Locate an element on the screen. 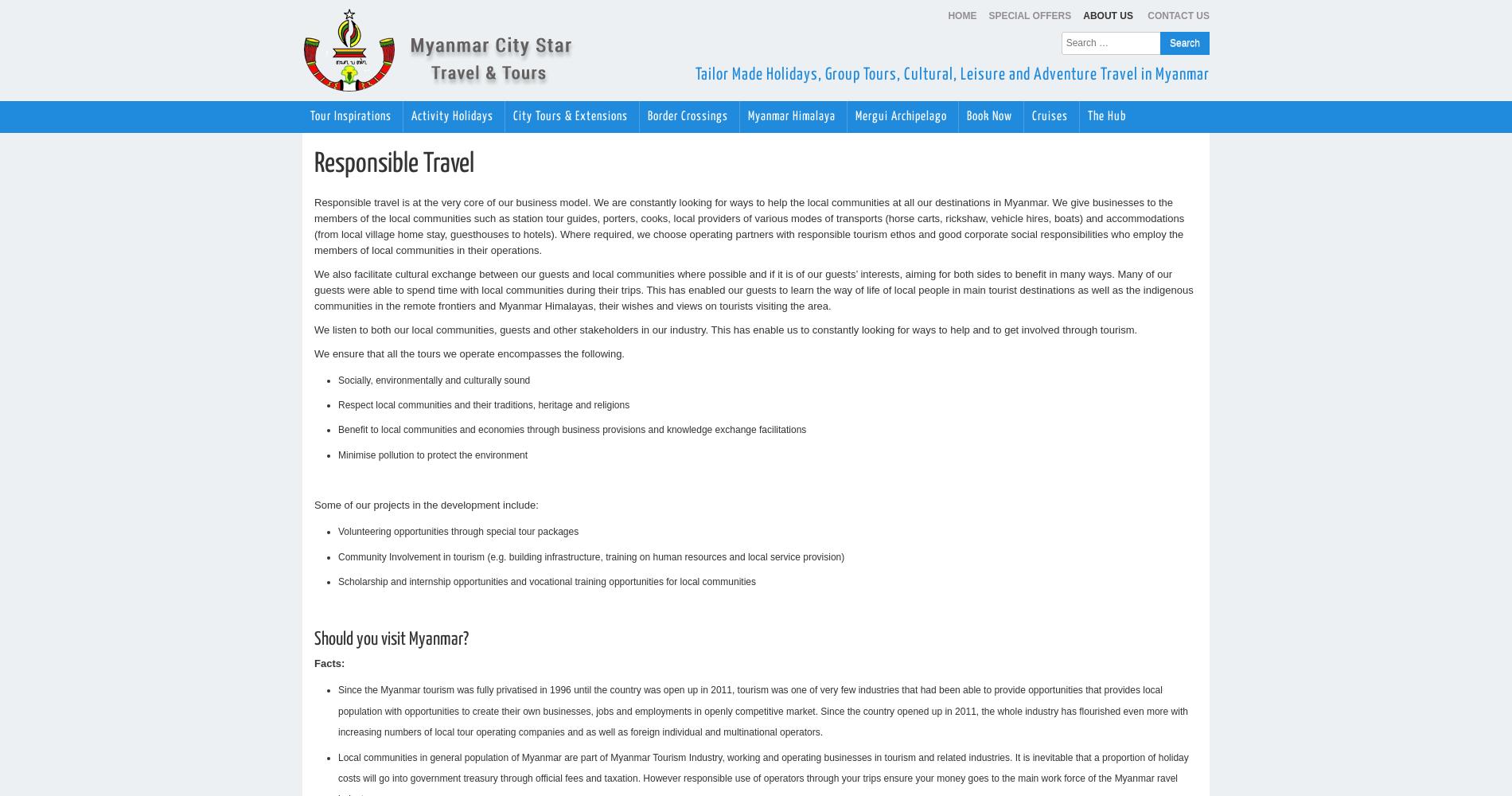 The height and width of the screenshot is (796, 1512). 'Tailor Made Holidays, Group Tours, Cultural, Leisure and Adventure Travel in Myanmar' is located at coordinates (952, 74).